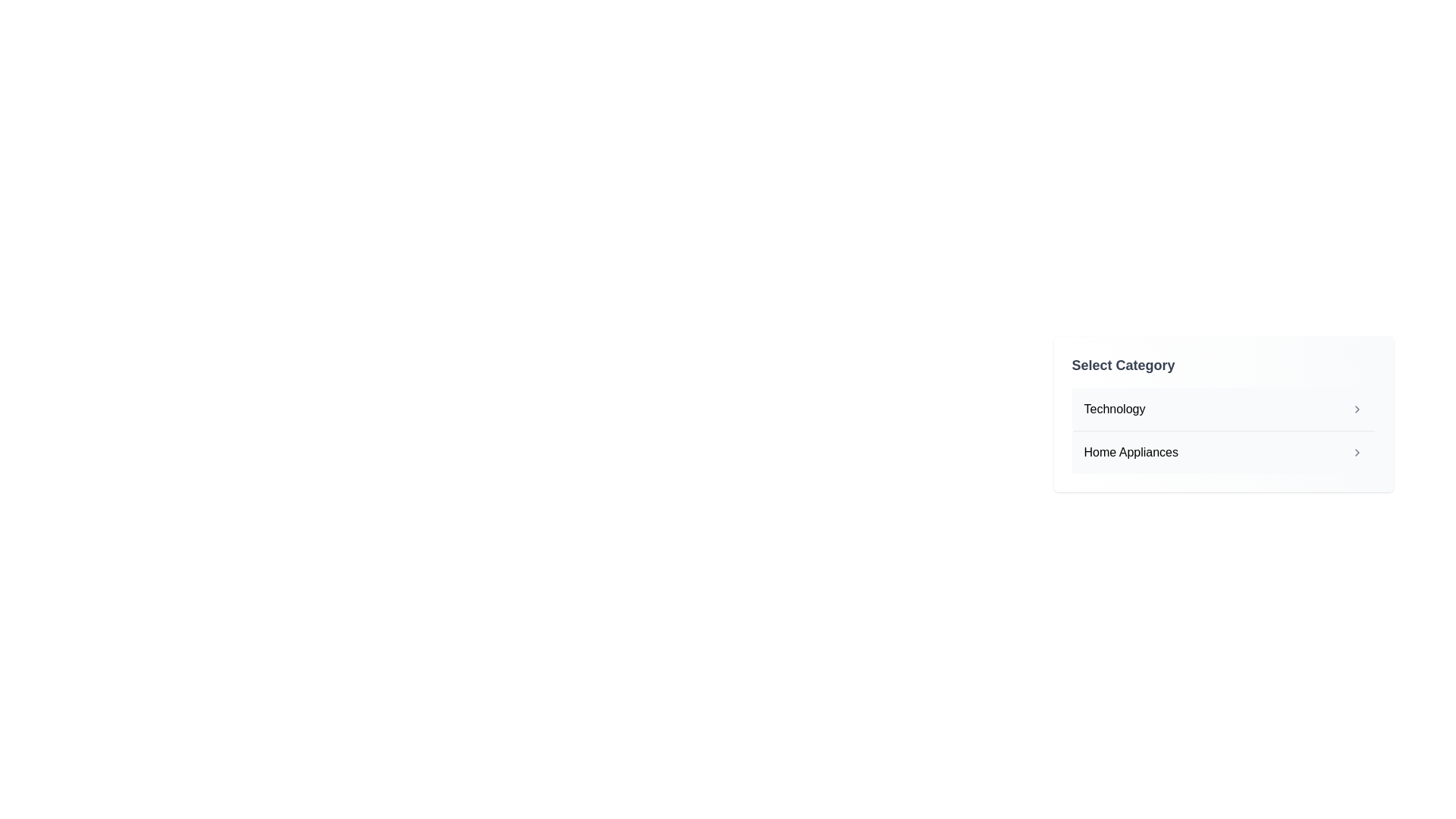  Describe the element at coordinates (1223, 409) in the screenshot. I see `the first button in the 'Select Category' list` at that location.